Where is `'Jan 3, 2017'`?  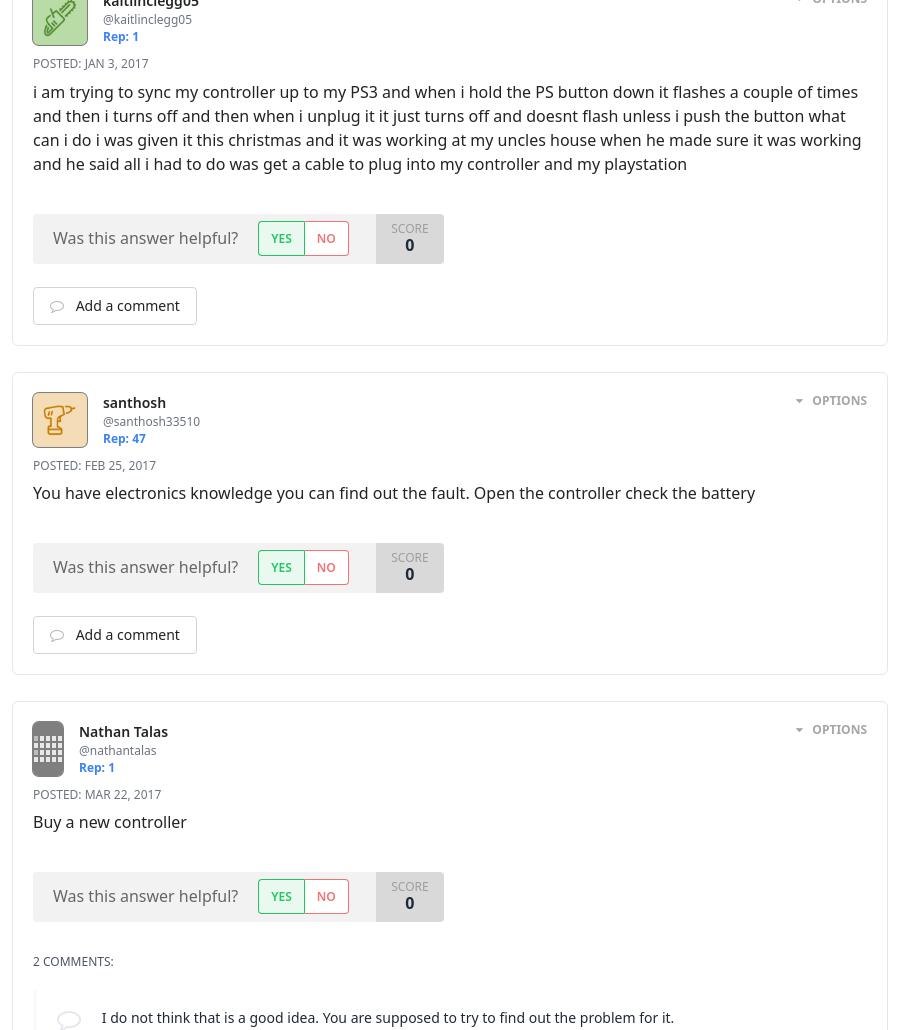
'Jan 3, 2017' is located at coordinates (82, 63).